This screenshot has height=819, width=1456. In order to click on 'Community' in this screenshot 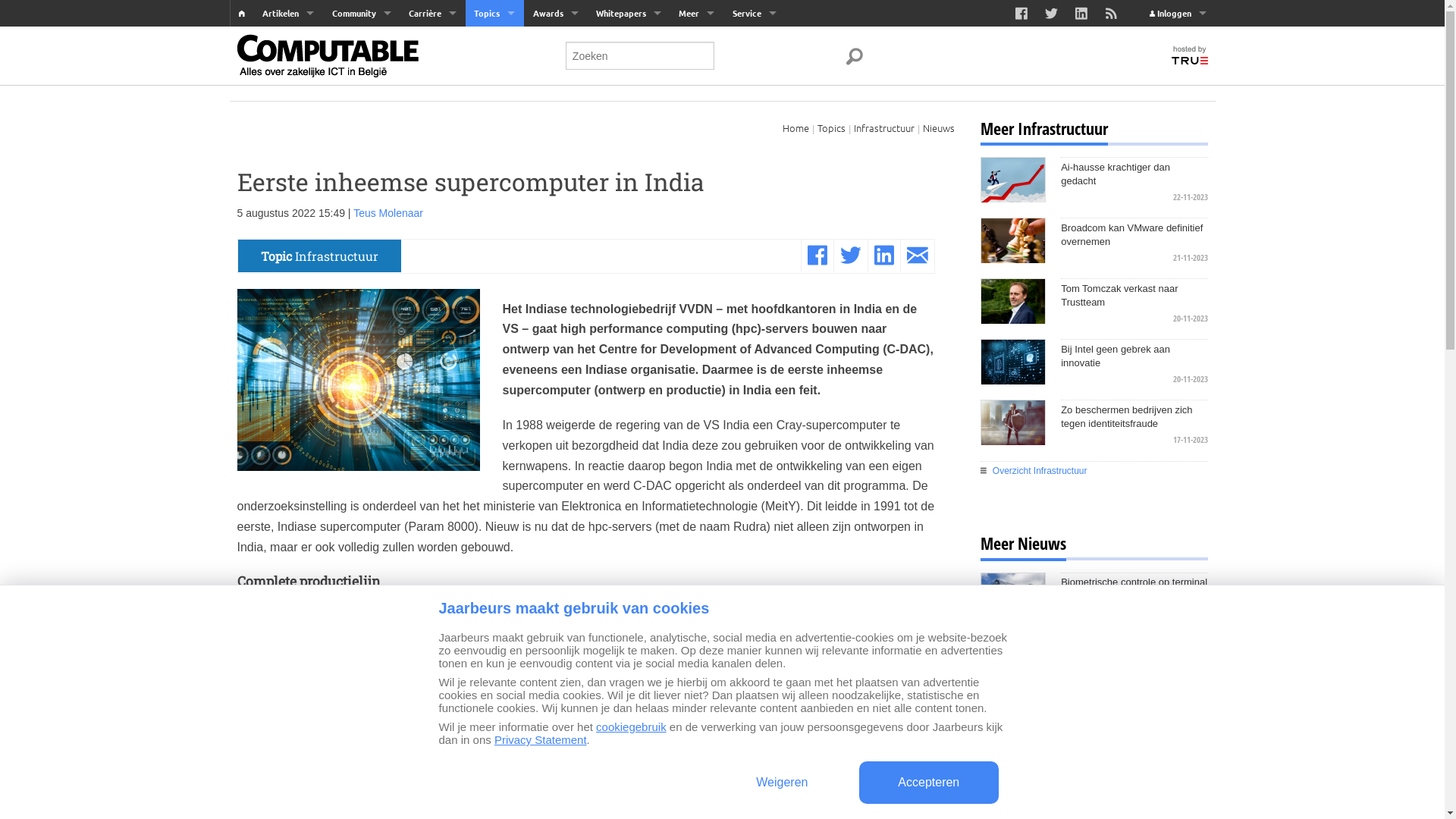, I will do `click(360, 13)`.